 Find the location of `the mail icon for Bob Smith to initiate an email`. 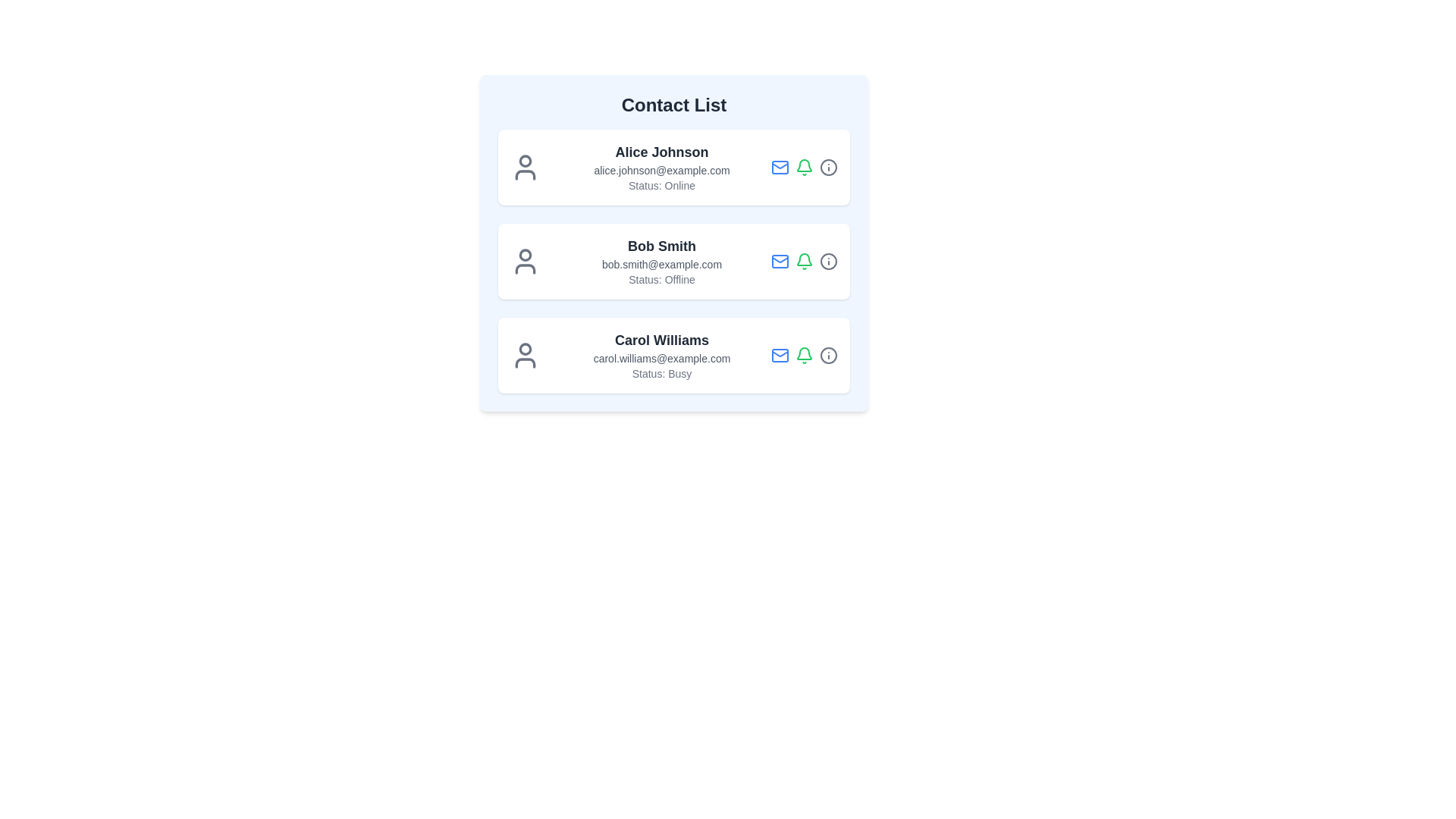

the mail icon for Bob Smith to initiate an email is located at coordinates (780, 260).